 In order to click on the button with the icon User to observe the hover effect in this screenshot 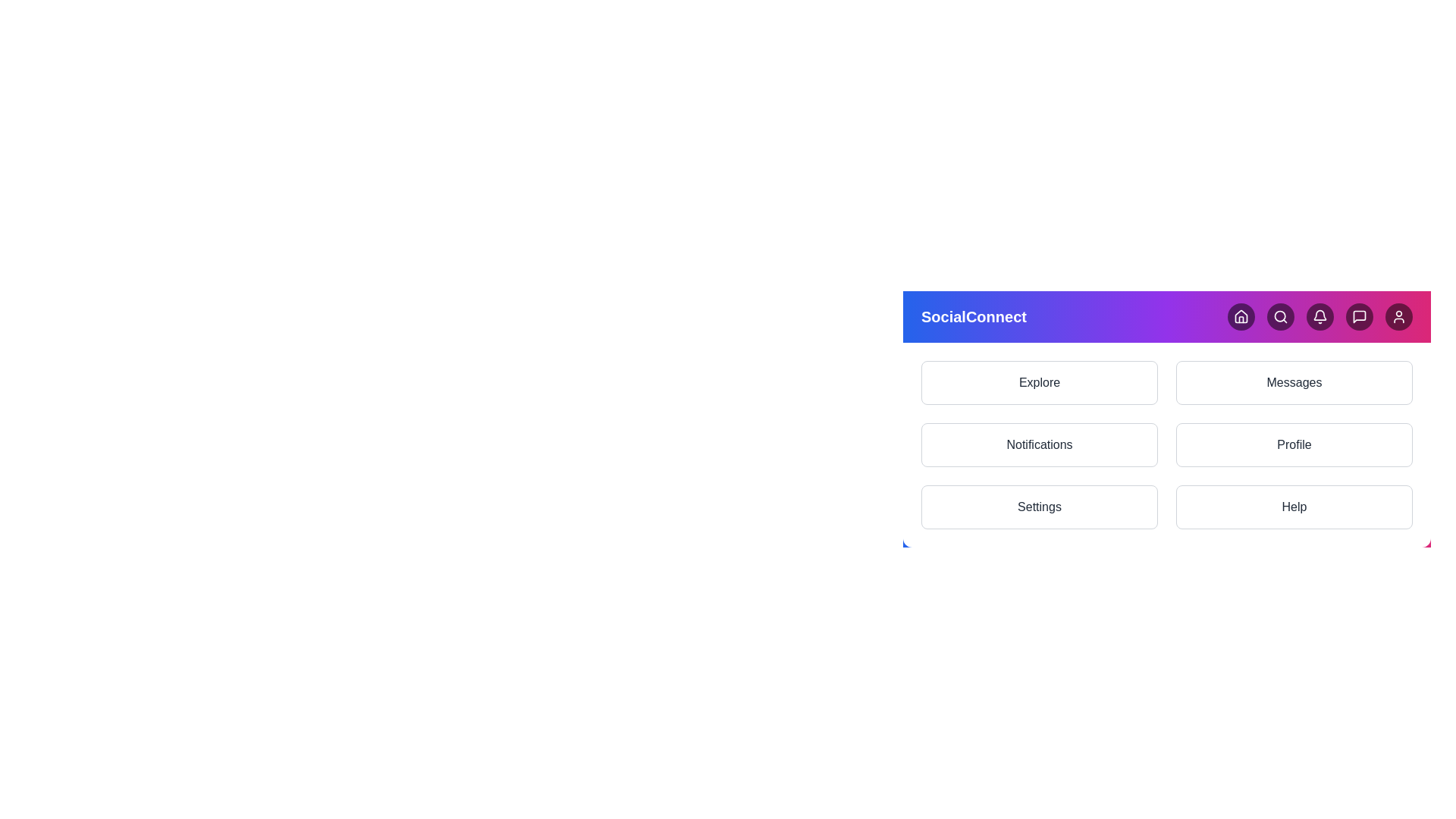, I will do `click(1398, 315)`.